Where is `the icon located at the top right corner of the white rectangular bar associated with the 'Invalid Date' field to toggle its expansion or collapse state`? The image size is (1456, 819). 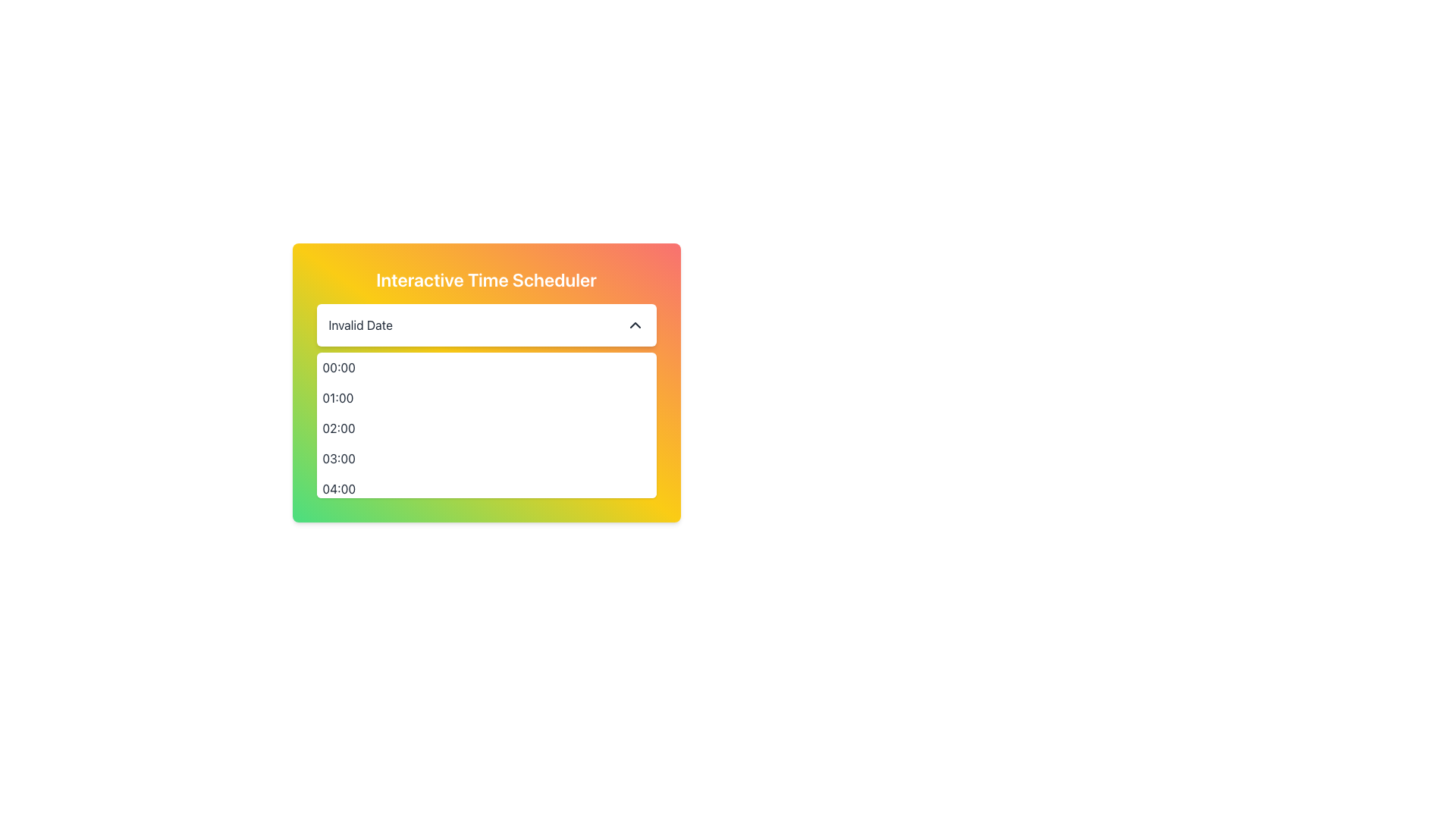 the icon located at the top right corner of the white rectangular bar associated with the 'Invalid Date' field to toggle its expansion or collapse state is located at coordinates (635, 324).